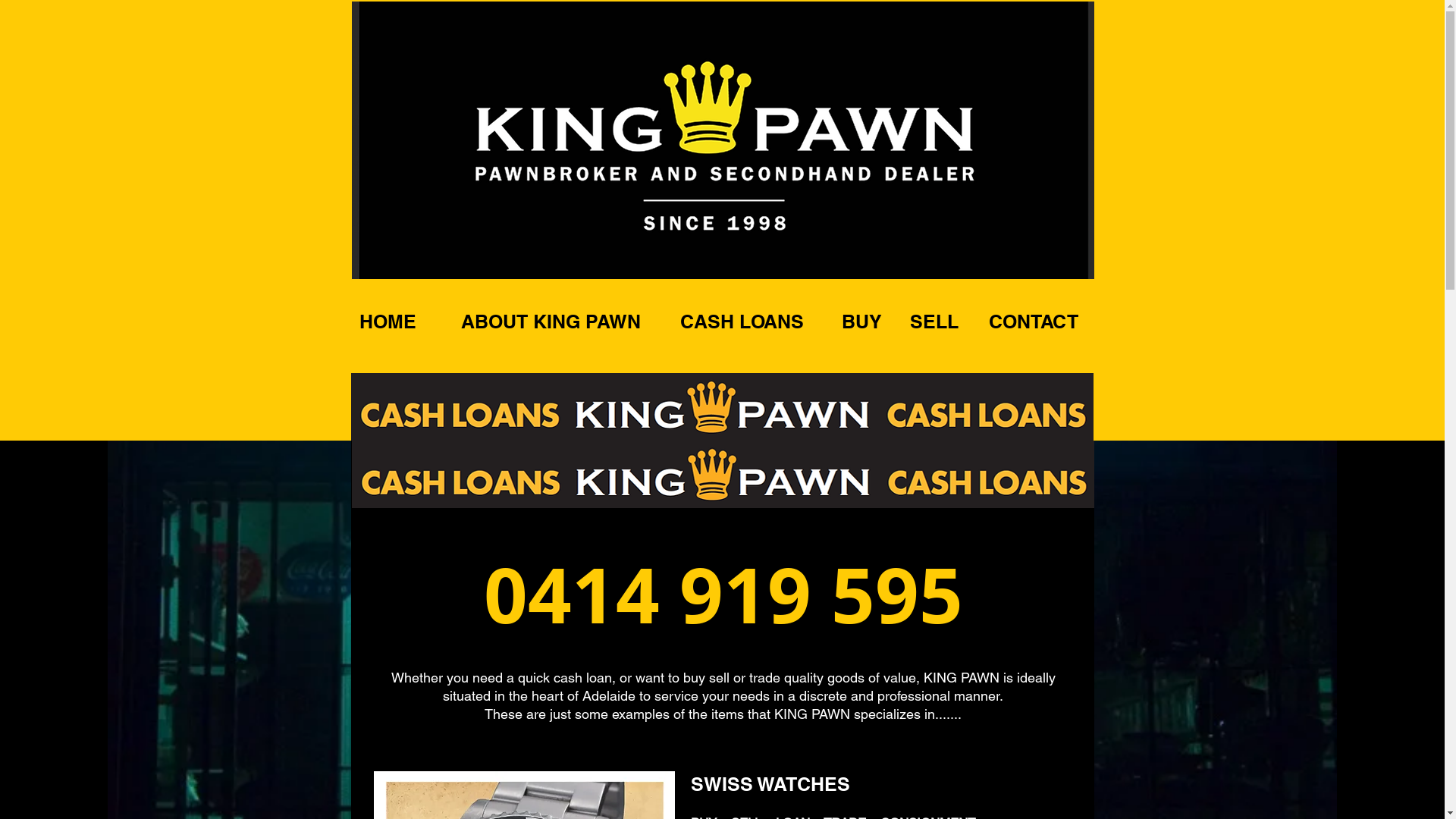 This screenshot has height=819, width=1456. I want to click on 'CONTACT', so click(1033, 321).